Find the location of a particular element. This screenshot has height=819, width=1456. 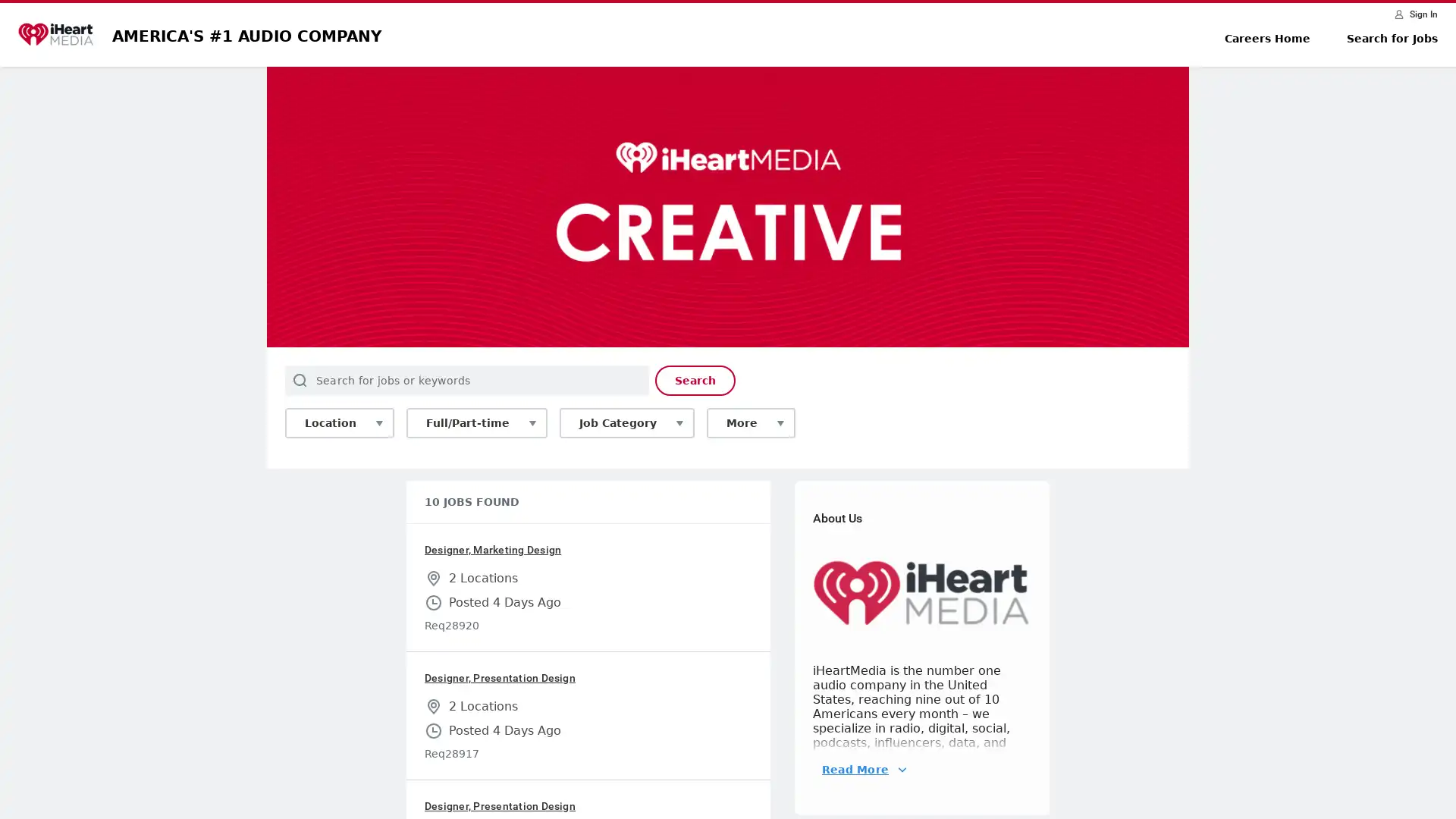

More is located at coordinates (710, 423).